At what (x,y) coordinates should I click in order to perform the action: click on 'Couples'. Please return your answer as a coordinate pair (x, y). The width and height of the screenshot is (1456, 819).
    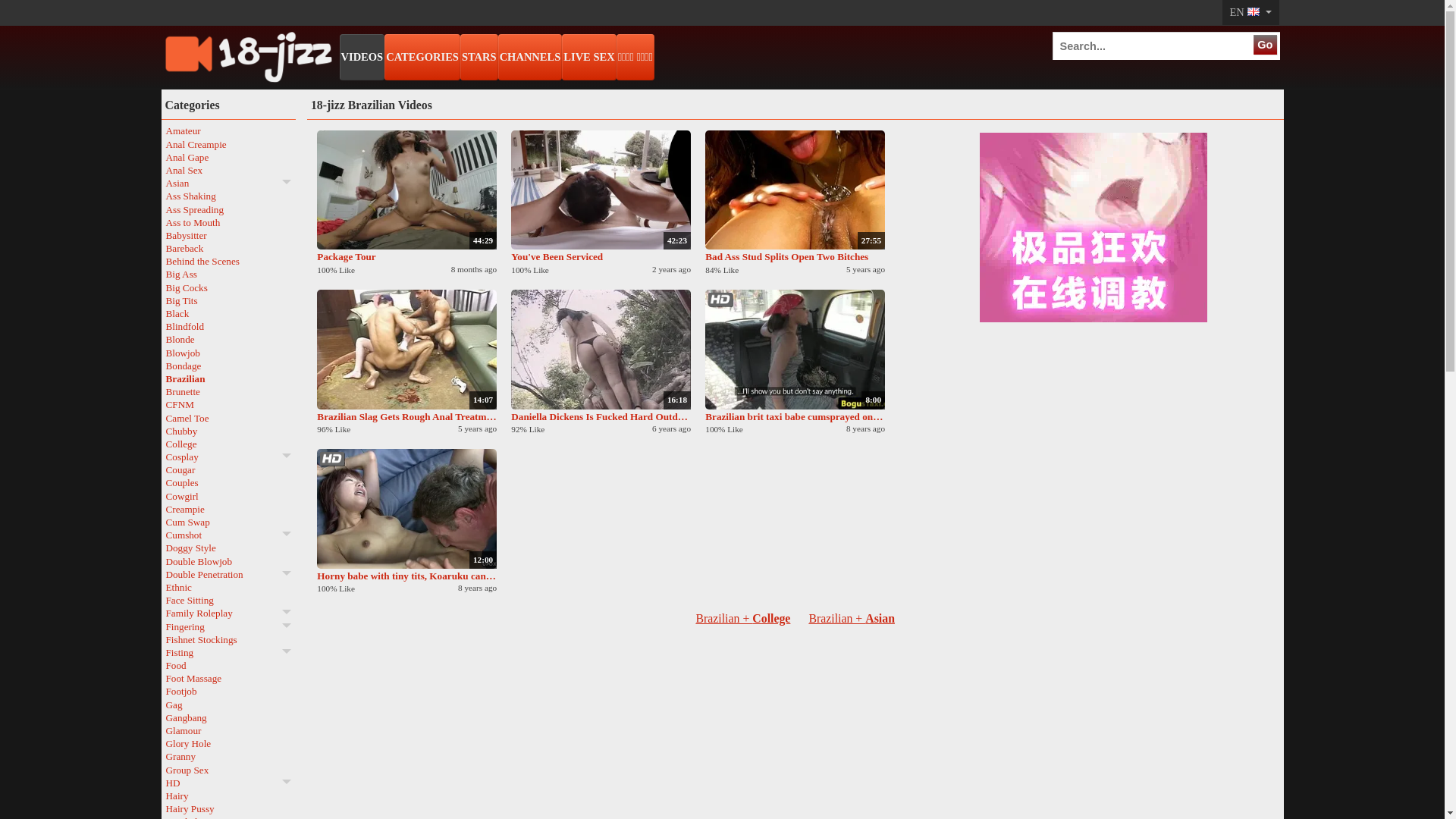
    Looking at the image, I should click on (227, 482).